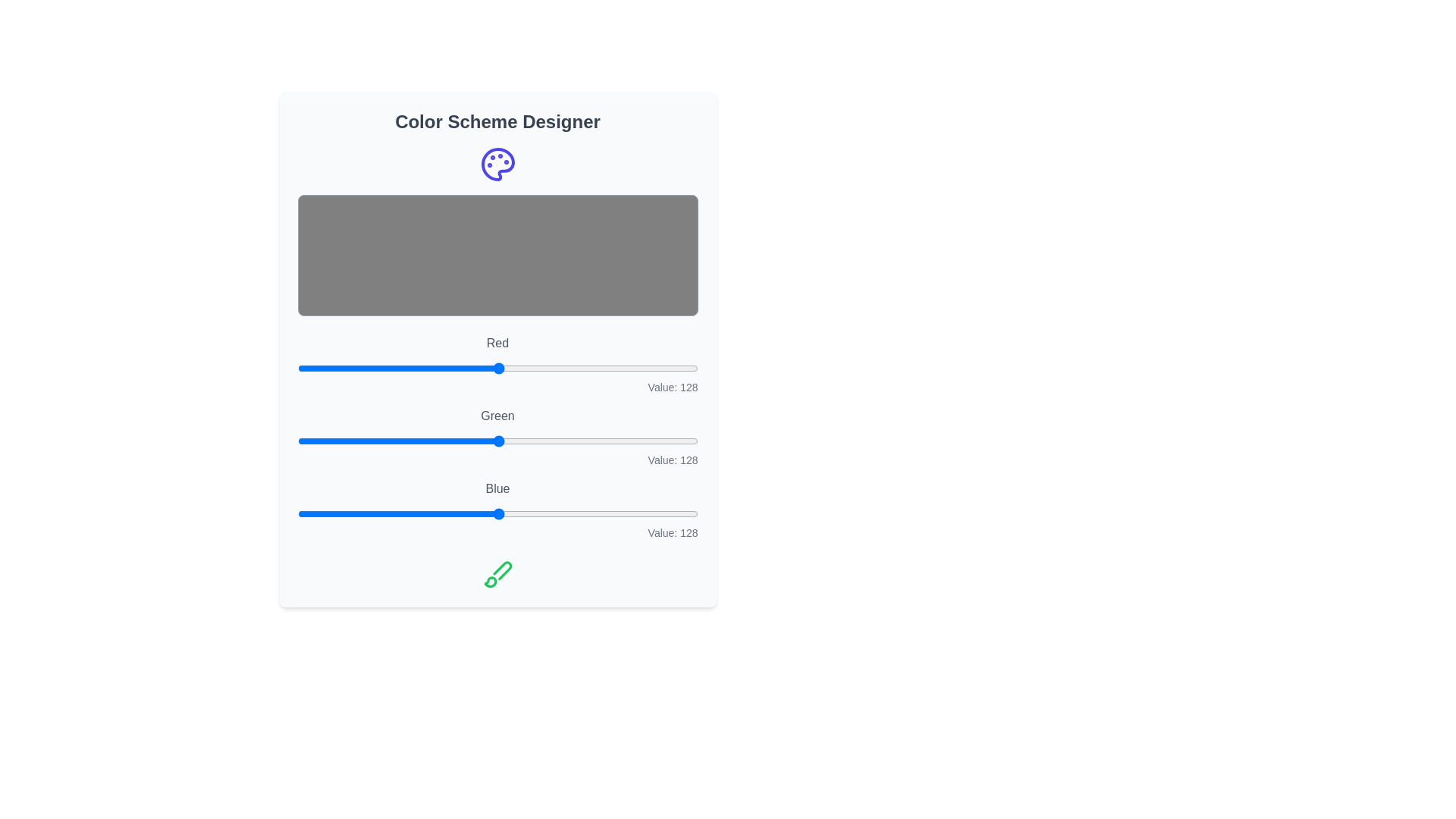 The width and height of the screenshot is (1456, 819). What do you see at coordinates (497, 343) in the screenshot?
I see `the Static Text element displaying the word 'Red', which is styled in gray color and located above a horizontal slider` at bounding box center [497, 343].